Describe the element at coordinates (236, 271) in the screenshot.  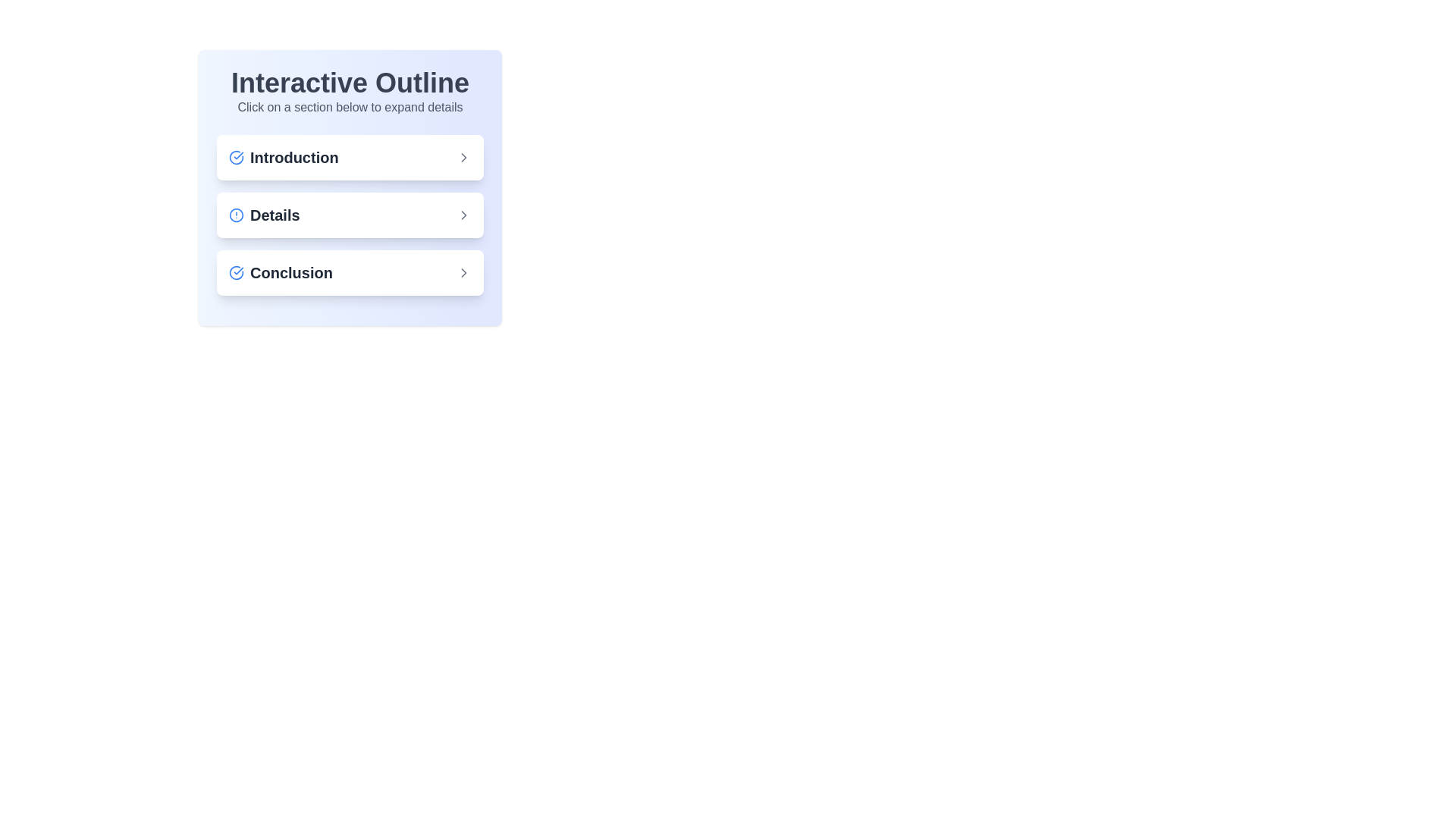
I see `the circular outline segment of the icon located to the left of the 'Conclusion' section item in the interactive outline interface` at that location.